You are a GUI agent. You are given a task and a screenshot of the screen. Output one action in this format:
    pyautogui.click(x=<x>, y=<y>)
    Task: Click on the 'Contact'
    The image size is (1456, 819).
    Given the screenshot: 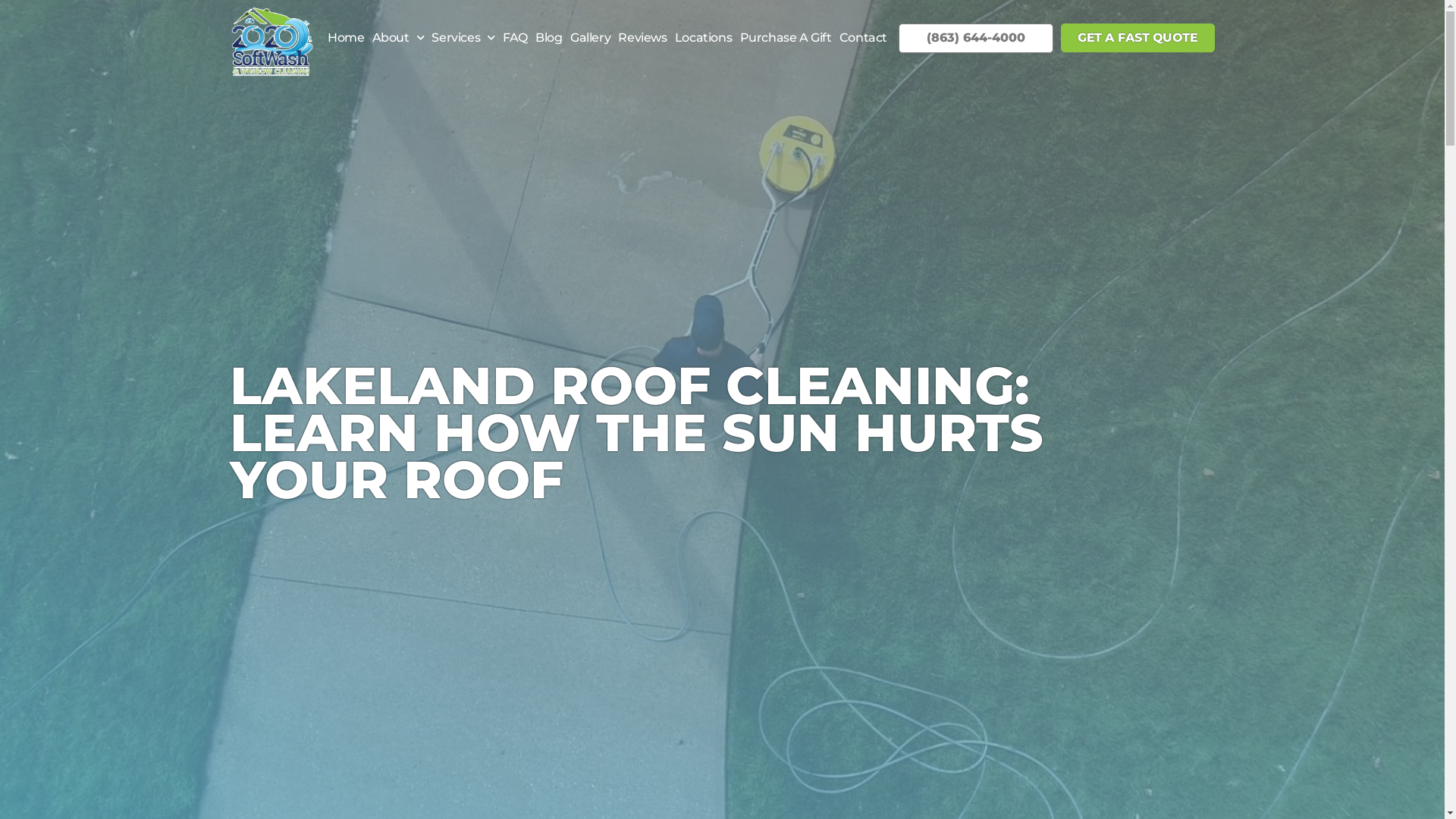 What is the action you would take?
    pyautogui.click(x=863, y=37)
    